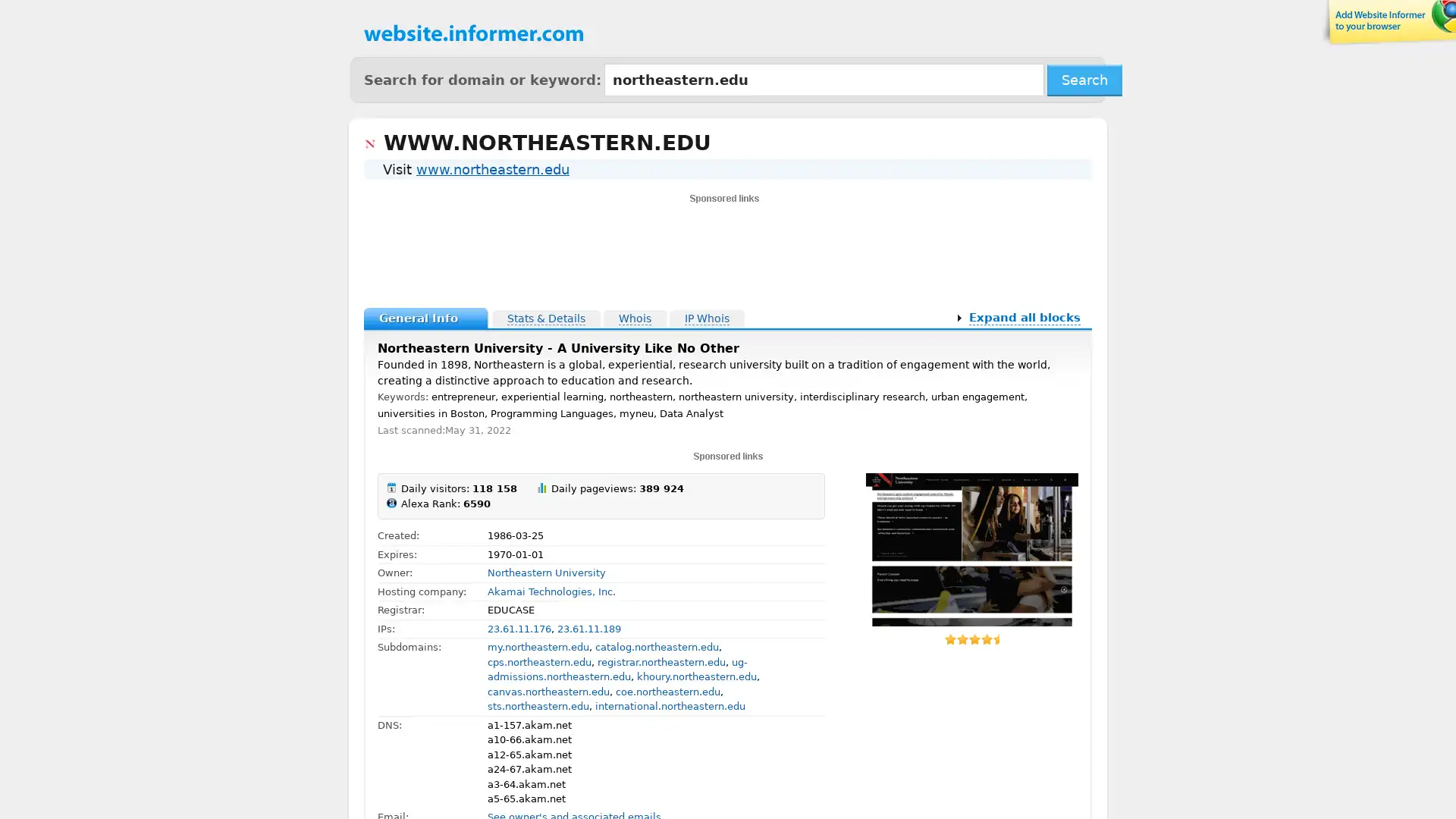 Image resolution: width=1456 pixels, height=819 pixels. I want to click on Search, so click(1084, 79).